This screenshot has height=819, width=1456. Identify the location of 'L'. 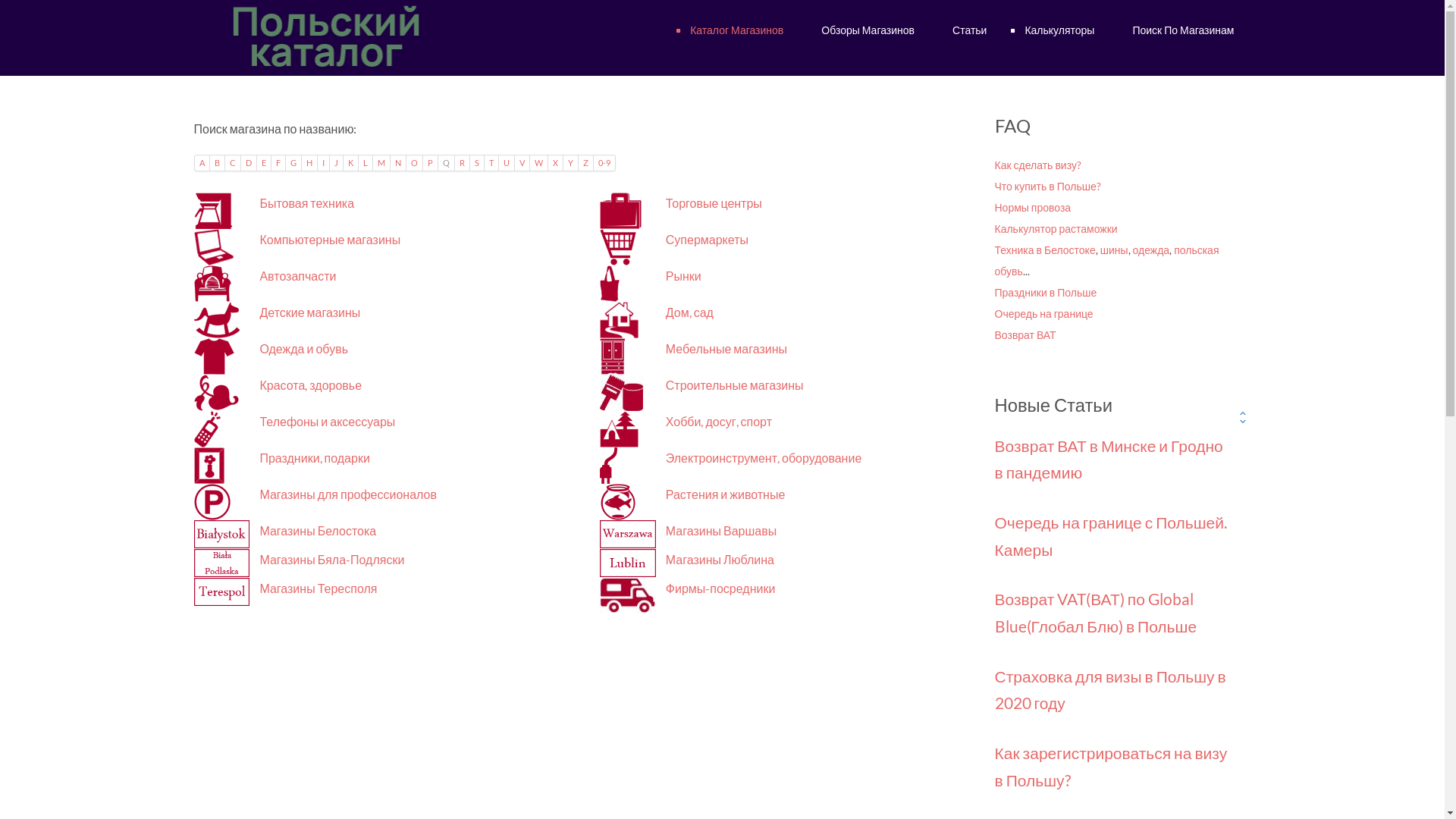
(365, 163).